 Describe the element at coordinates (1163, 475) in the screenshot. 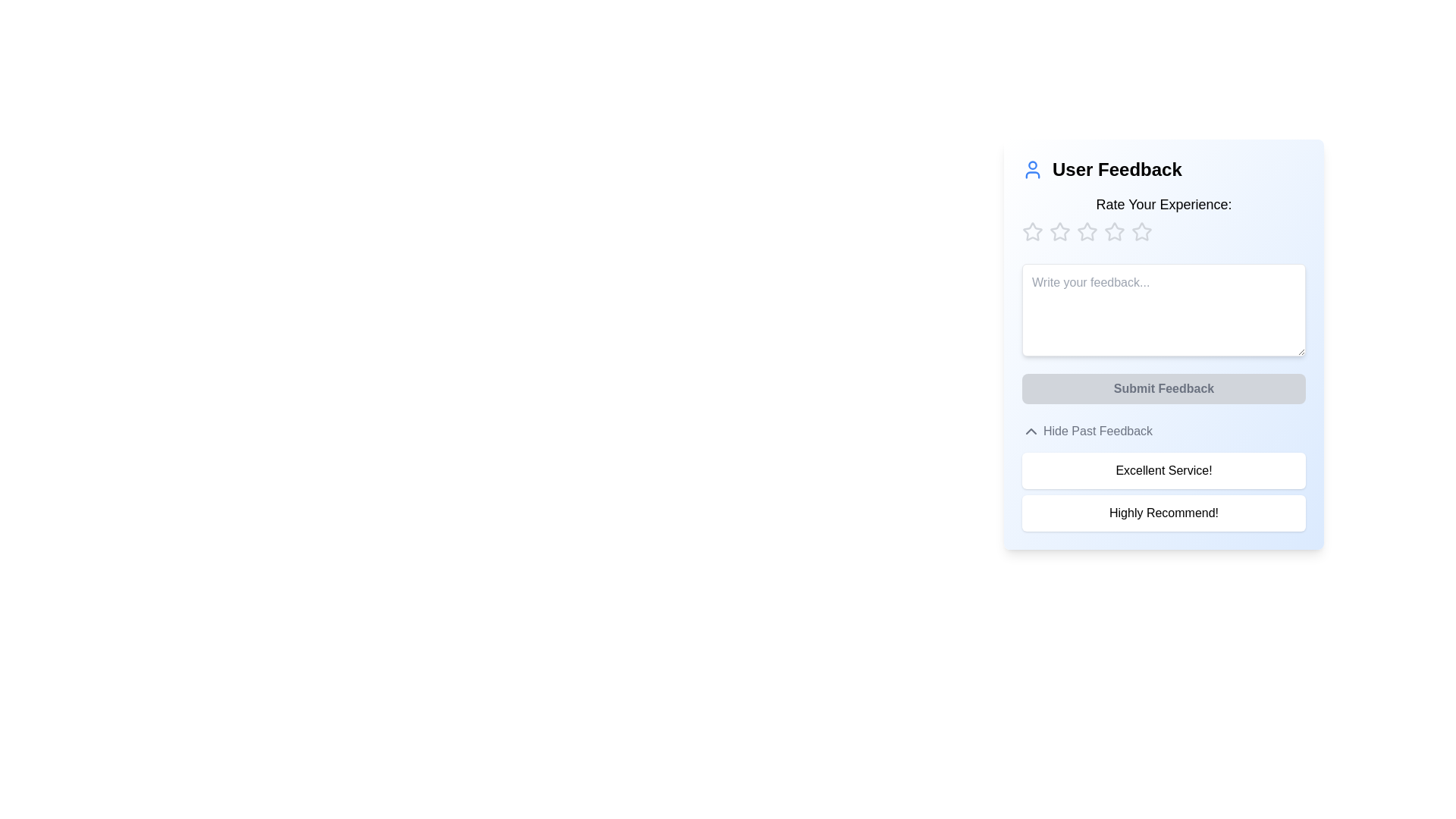

I see `the static text display element that shows the feedback content 'Excellent Service!', positioned between 'Hide Past Feedback' and 'Highly Recommend!'` at that location.